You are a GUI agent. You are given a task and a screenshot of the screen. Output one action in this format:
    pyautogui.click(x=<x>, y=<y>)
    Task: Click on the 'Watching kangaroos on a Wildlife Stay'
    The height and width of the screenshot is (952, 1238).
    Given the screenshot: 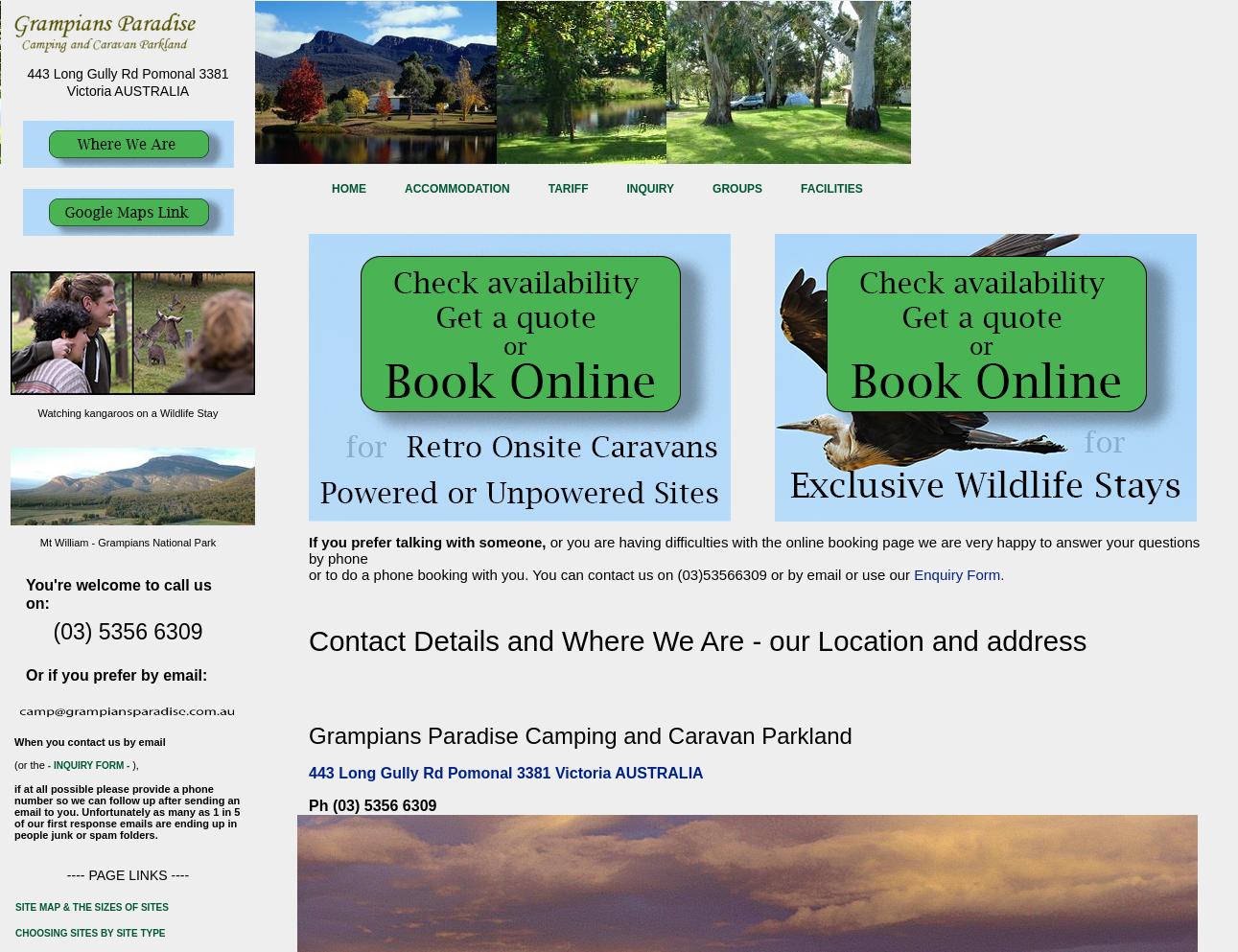 What is the action you would take?
    pyautogui.click(x=126, y=412)
    